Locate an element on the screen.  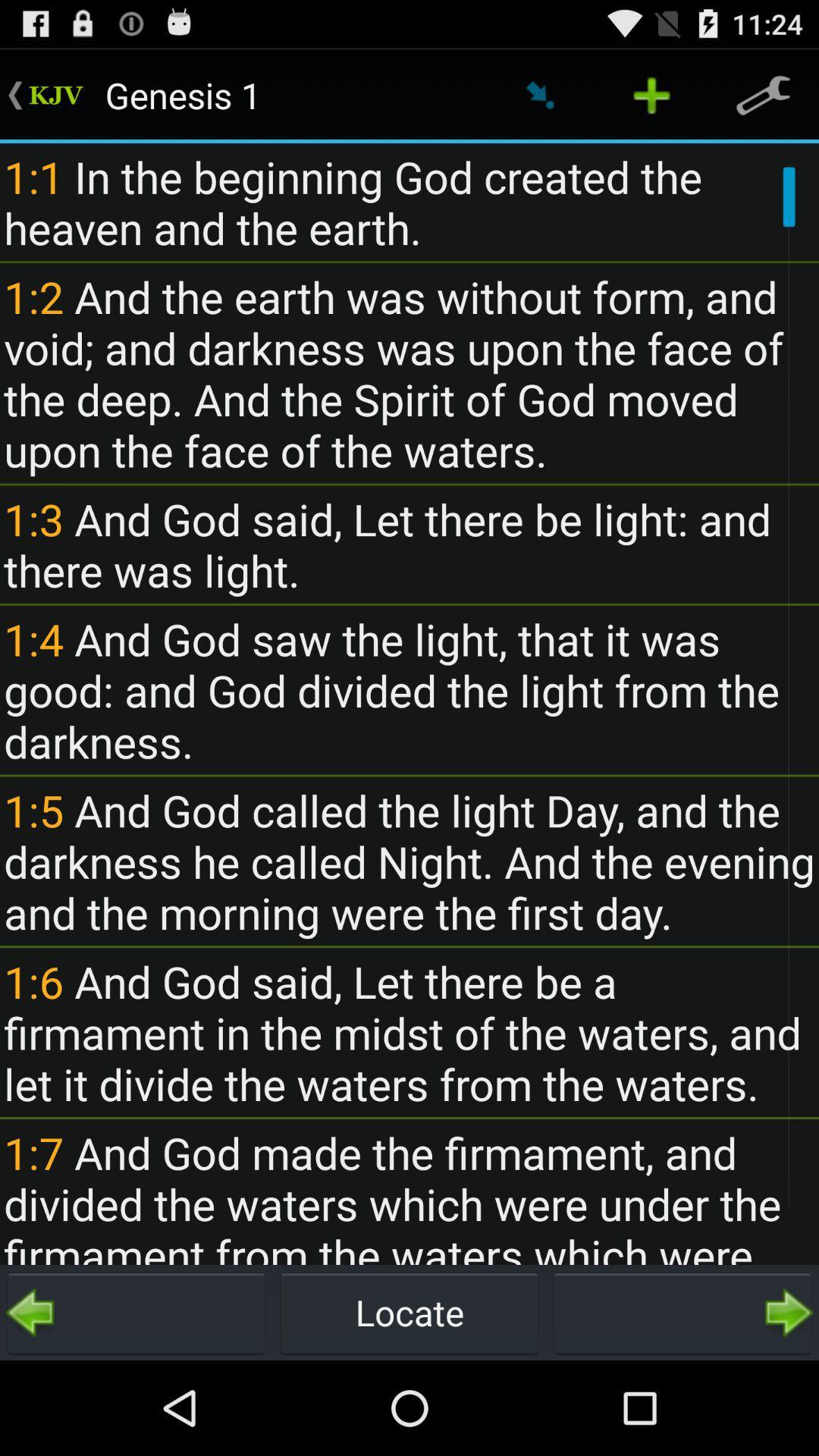
app above 1 1 in is located at coordinates (763, 94).